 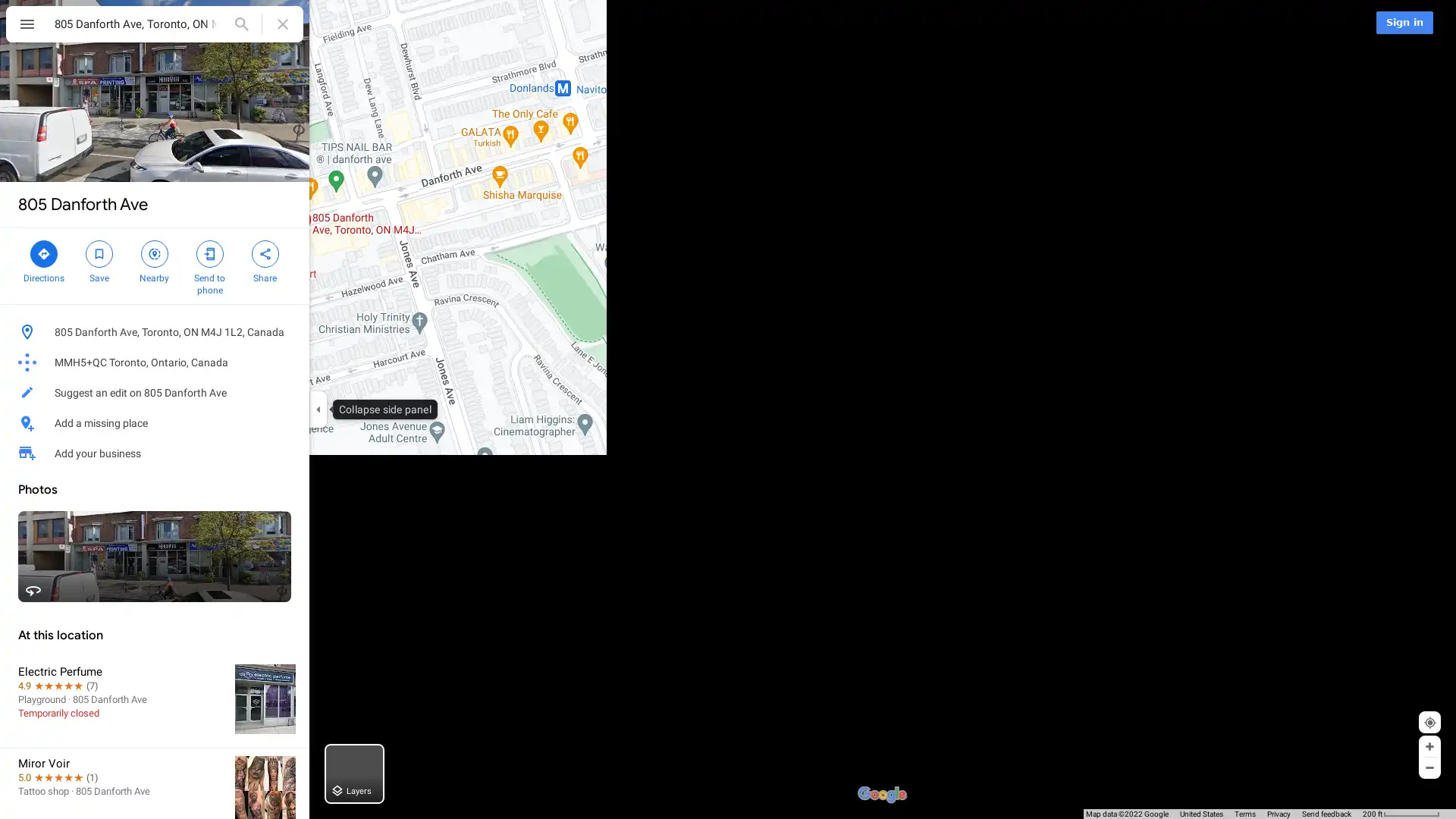 I want to click on Layers, so click(x=353, y=773).